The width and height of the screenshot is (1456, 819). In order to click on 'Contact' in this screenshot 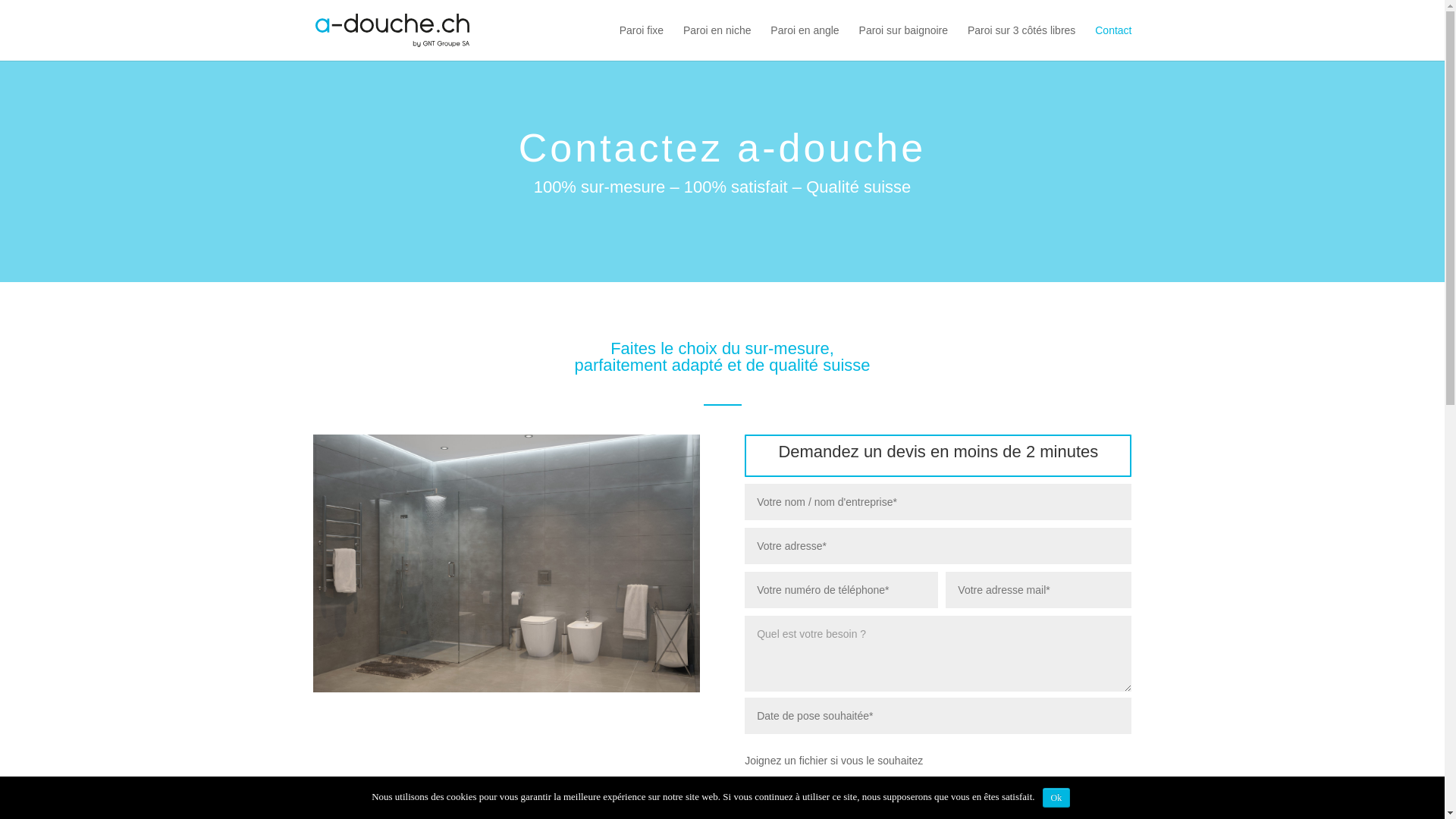, I will do `click(1095, 42)`.